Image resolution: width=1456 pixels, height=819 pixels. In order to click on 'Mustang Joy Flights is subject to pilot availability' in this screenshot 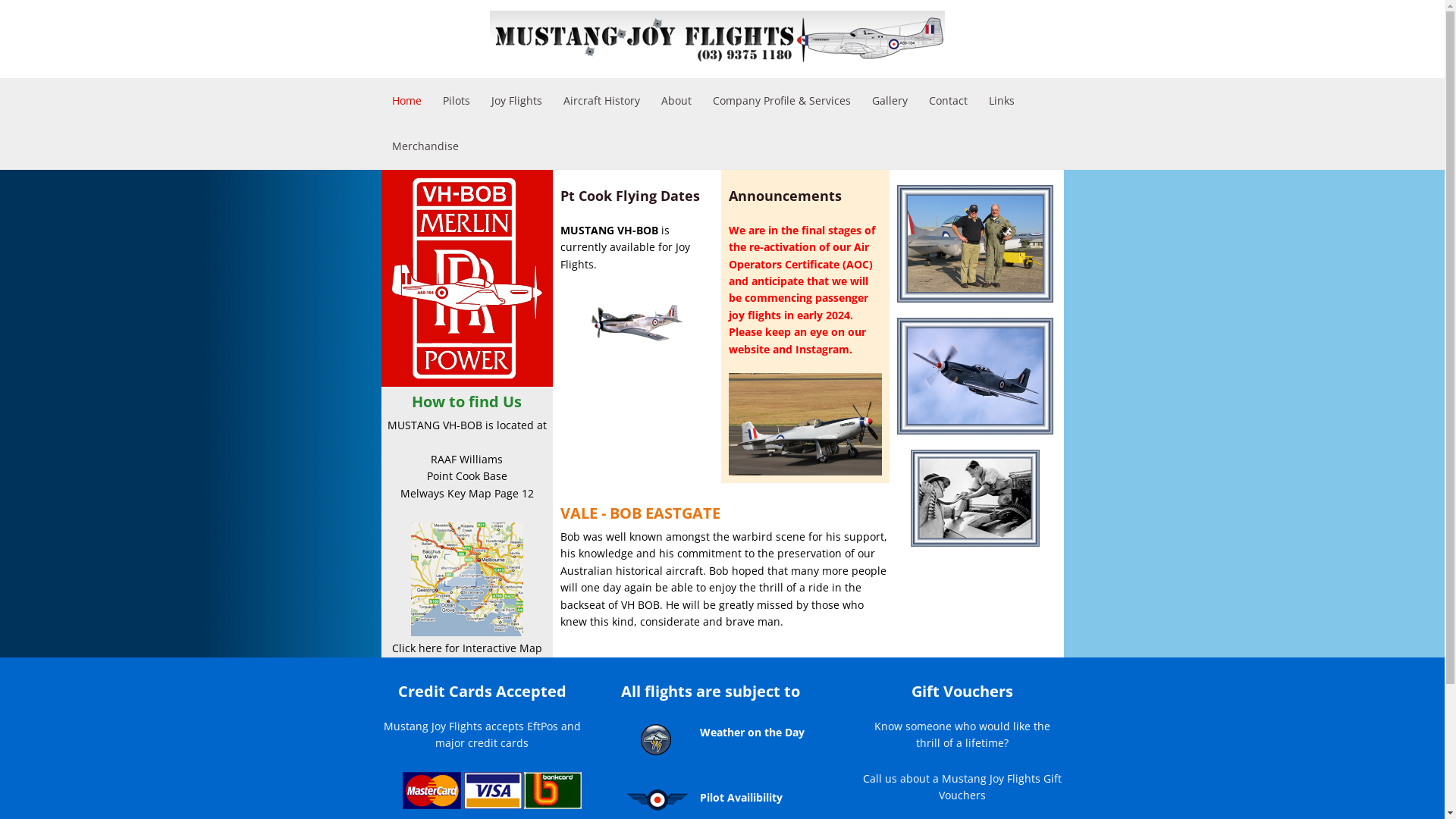, I will do `click(657, 799)`.